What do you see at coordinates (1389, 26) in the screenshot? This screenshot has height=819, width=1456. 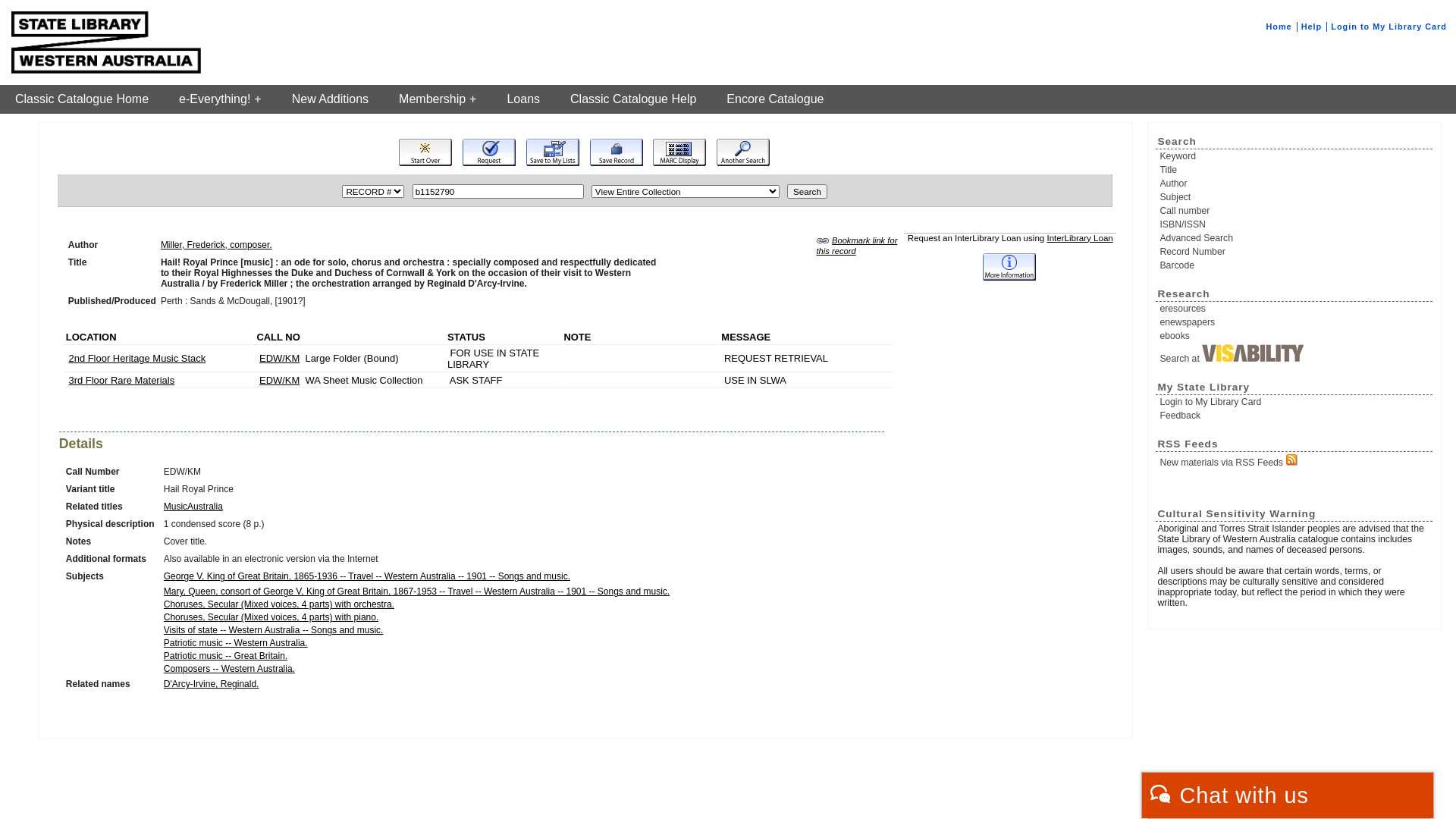 I see `'Login to My Library Card'` at bounding box center [1389, 26].